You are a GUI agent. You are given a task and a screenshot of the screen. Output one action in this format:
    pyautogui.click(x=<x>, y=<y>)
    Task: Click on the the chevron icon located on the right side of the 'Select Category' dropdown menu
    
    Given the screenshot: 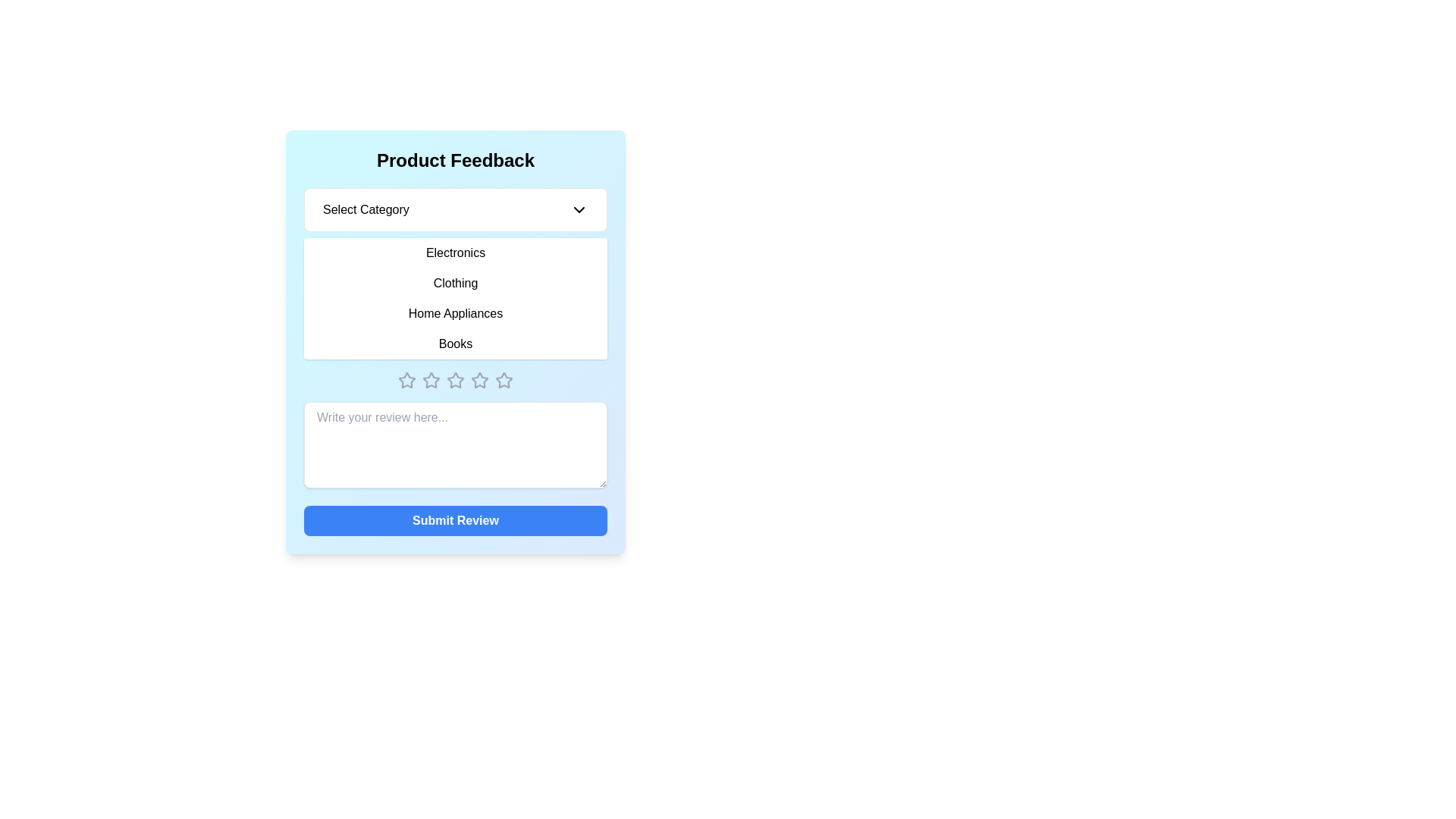 What is the action you would take?
    pyautogui.click(x=578, y=210)
    